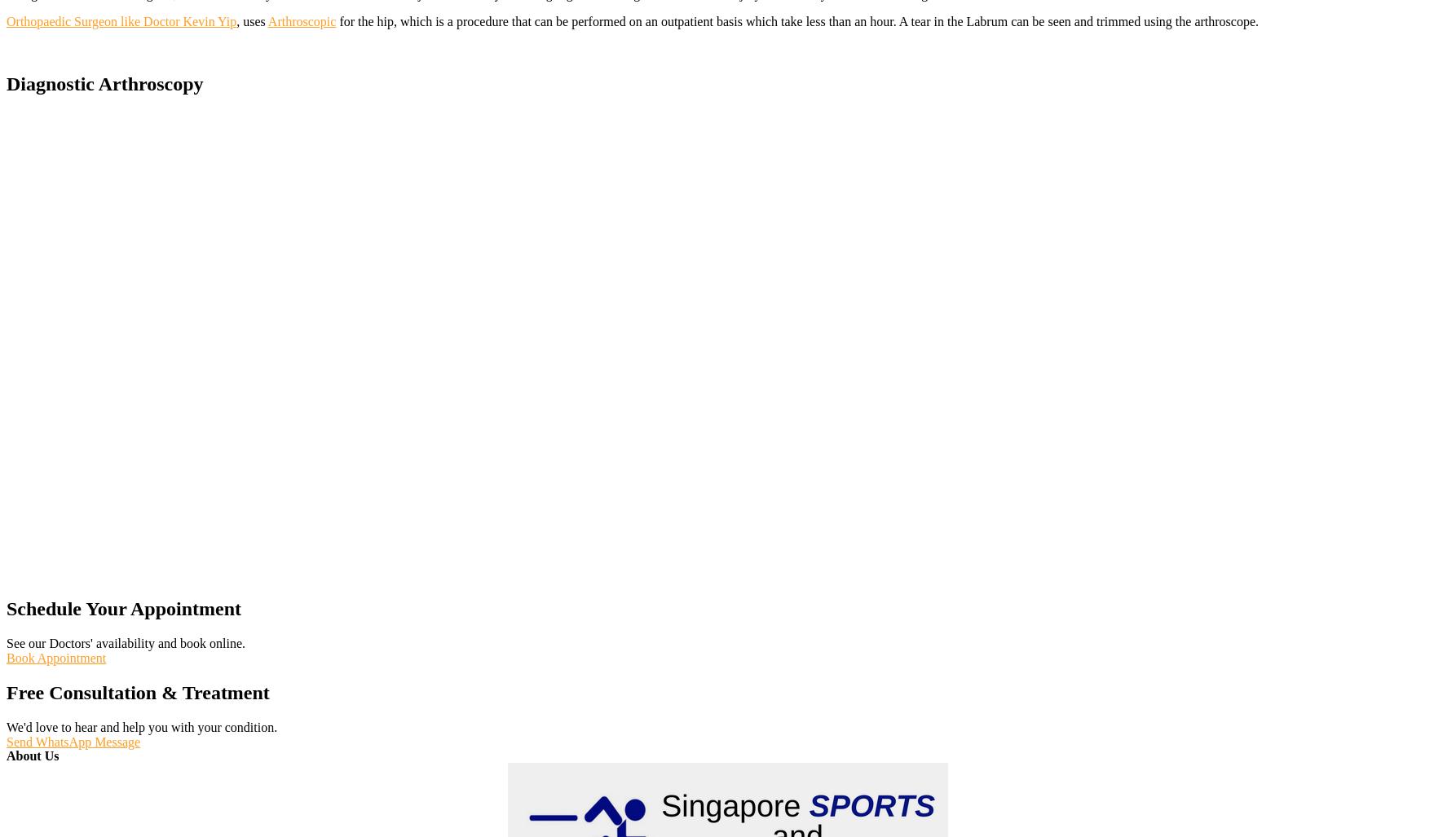  Describe the element at coordinates (136, 693) in the screenshot. I see `'Free Consultation & Treatment'` at that location.